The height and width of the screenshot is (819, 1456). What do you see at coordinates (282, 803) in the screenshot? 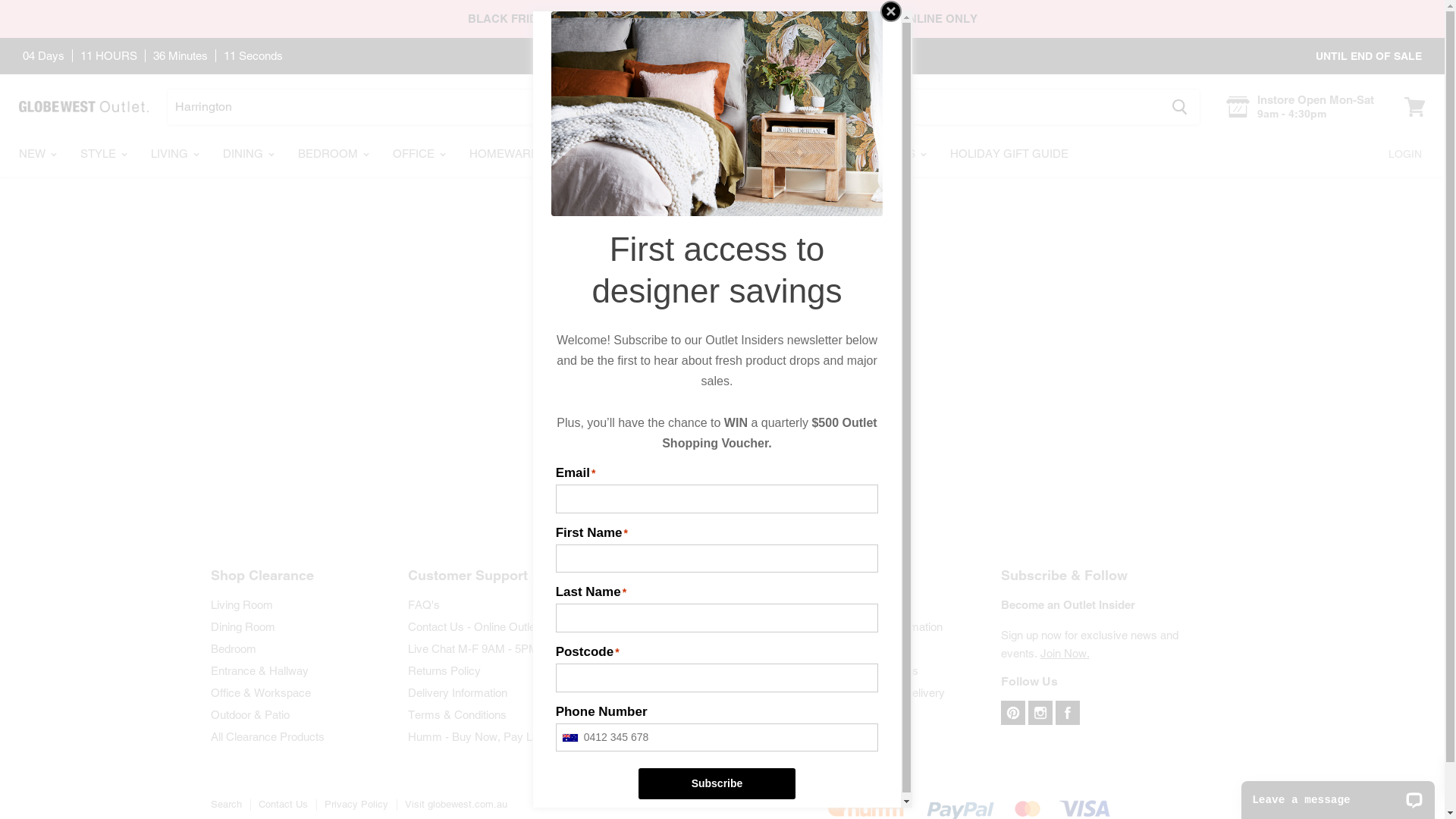
I see `'Contact Us'` at bounding box center [282, 803].